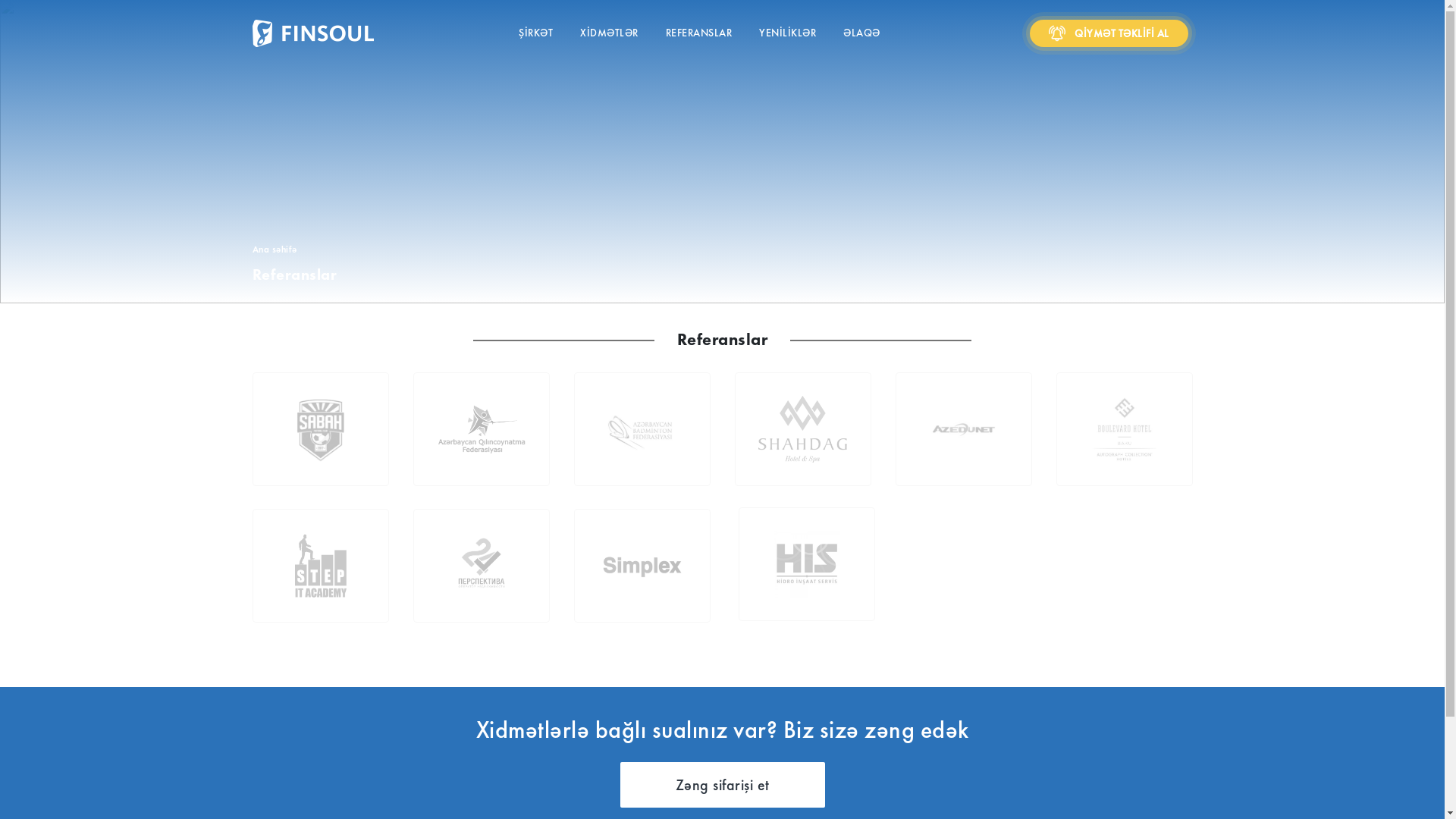 This screenshot has height=819, width=1456. I want to click on 'REFERANSLAR', so click(698, 33).